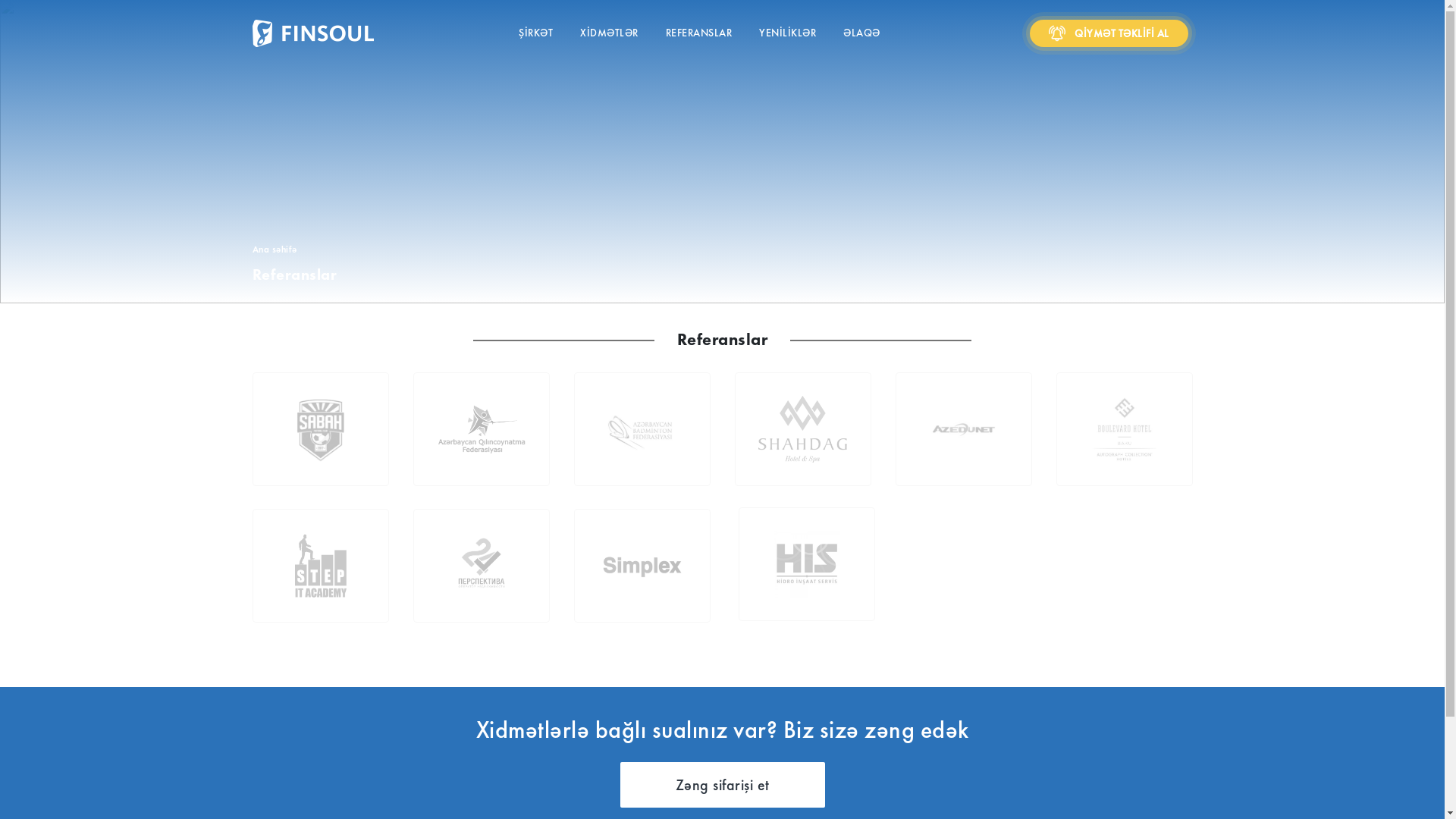 This screenshot has height=819, width=1456. I want to click on 'REFERANSLAR', so click(698, 33).